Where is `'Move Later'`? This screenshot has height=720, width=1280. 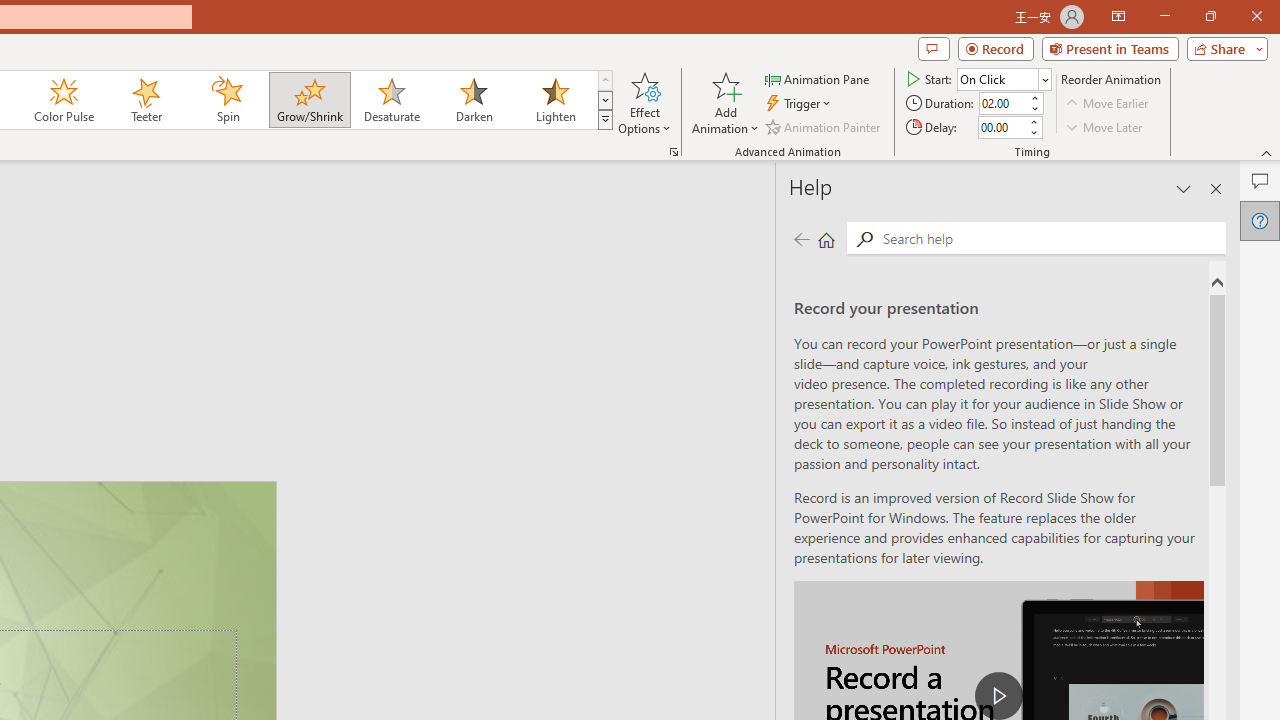 'Move Later' is located at coordinates (1104, 127).